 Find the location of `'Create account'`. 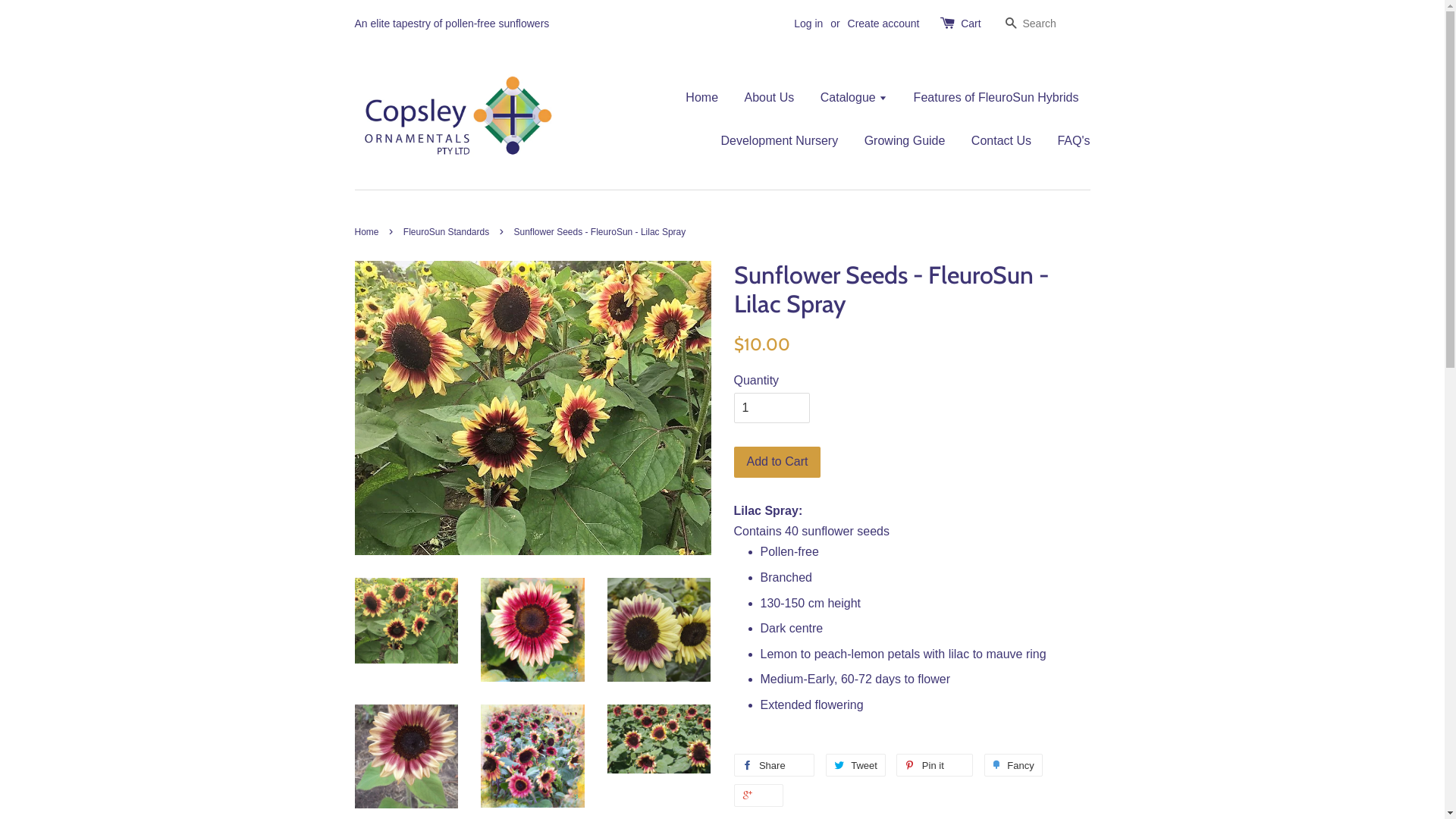

'Create account' is located at coordinates (883, 23).